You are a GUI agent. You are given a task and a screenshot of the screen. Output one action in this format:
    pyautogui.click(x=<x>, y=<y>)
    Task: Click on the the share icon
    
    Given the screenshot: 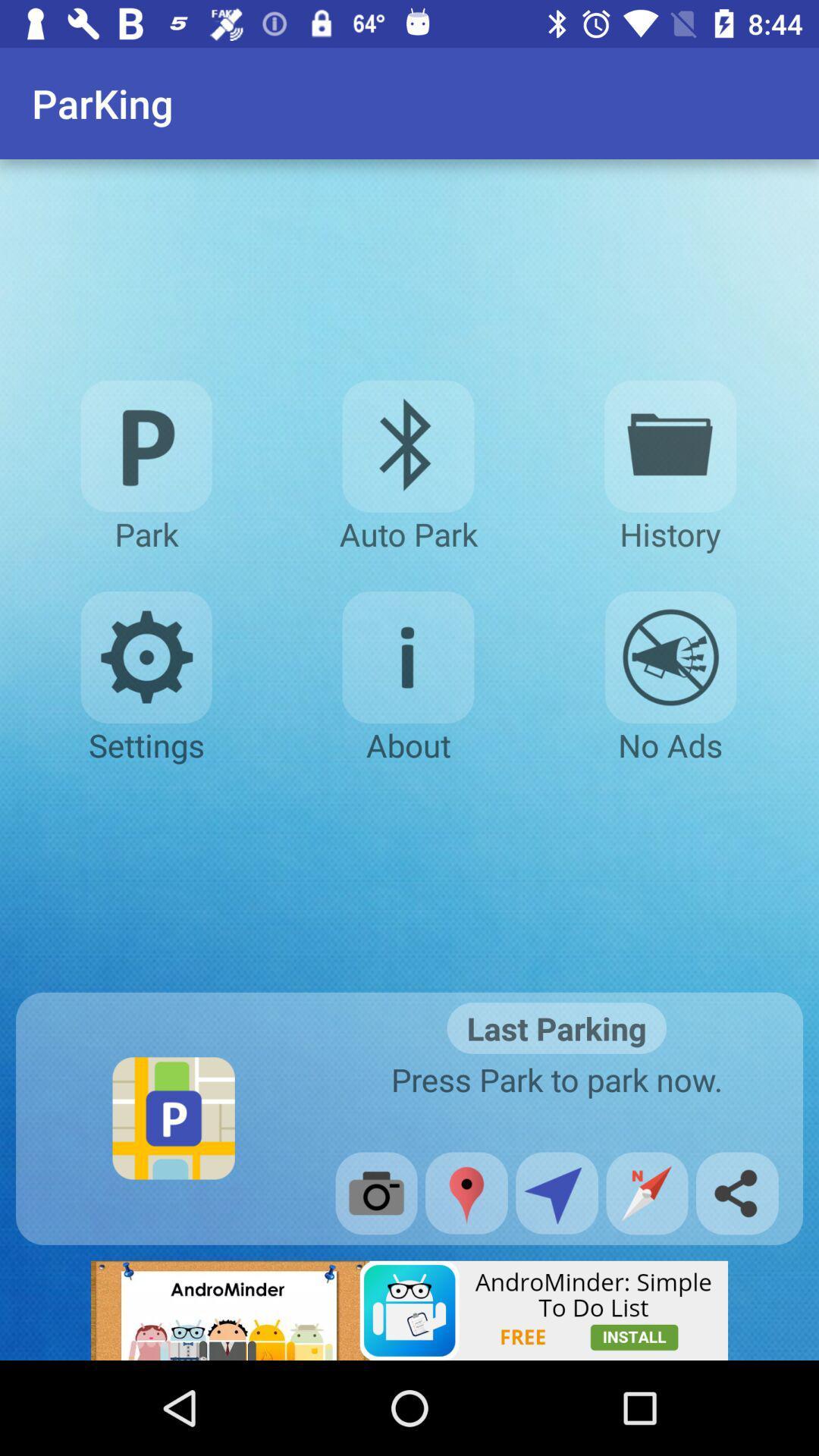 What is the action you would take?
    pyautogui.click(x=736, y=1192)
    